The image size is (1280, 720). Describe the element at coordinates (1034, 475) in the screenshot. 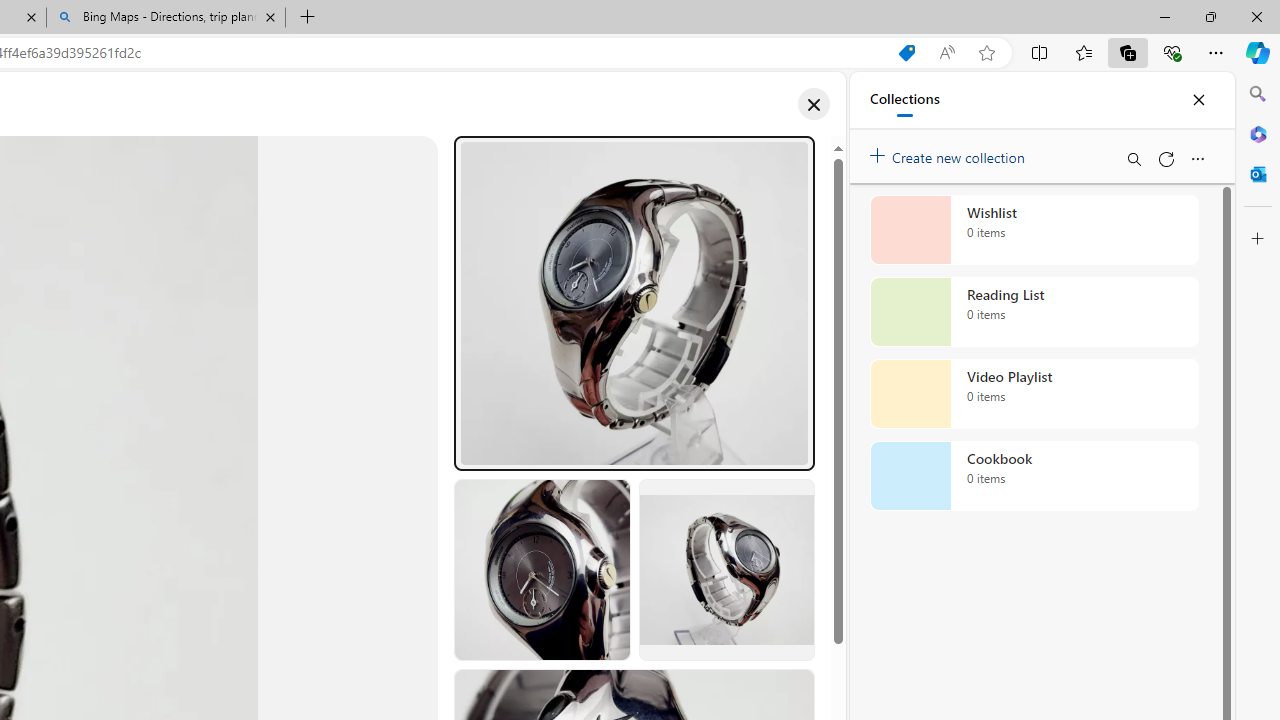

I see `'Cookbook collection, 0 items'` at that location.